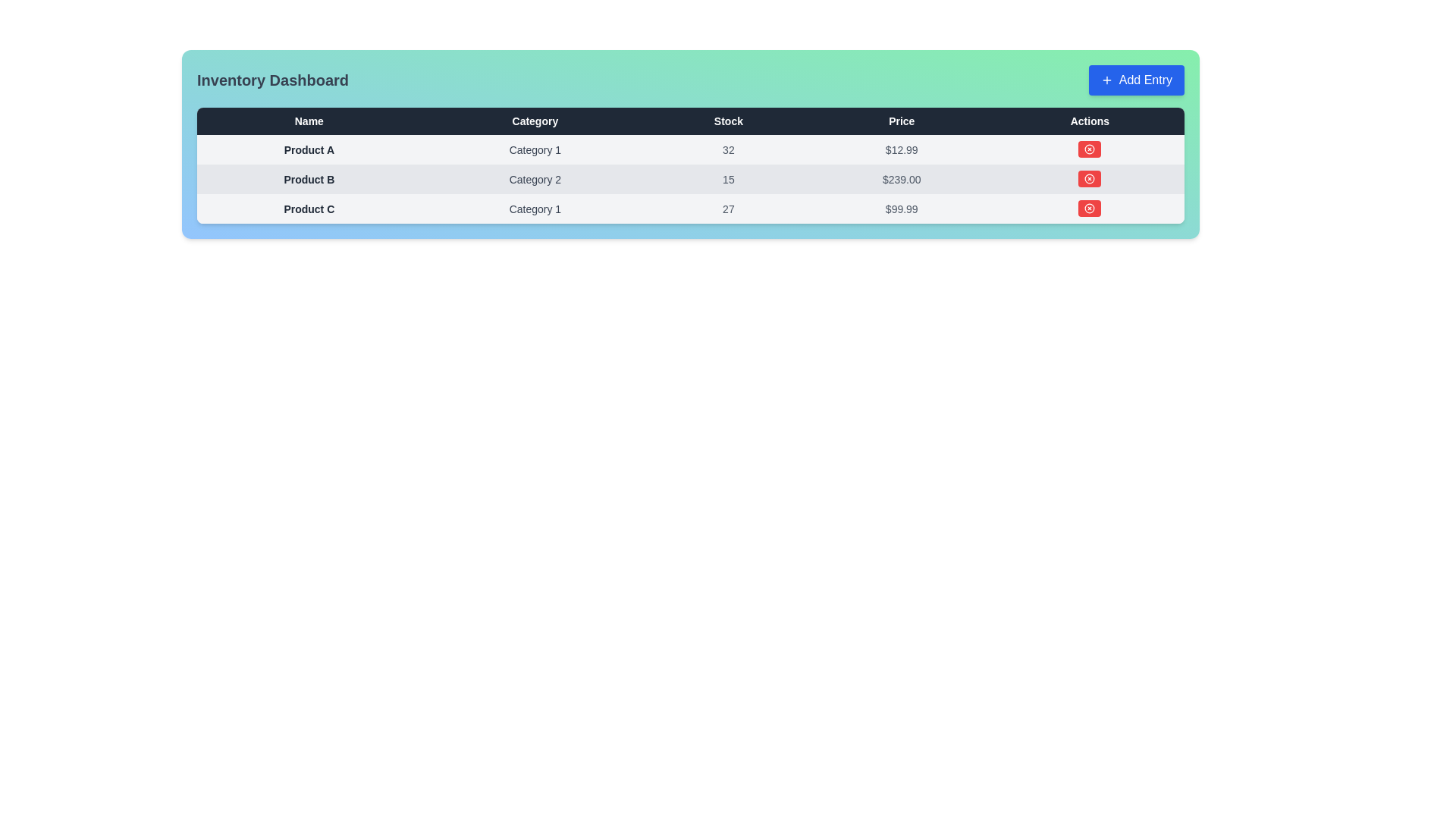  What do you see at coordinates (1089, 208) in the screenshot?
I see `the outlined circle in the 'Actions' column of the last row corresponding to 'Product C'` at bounding box center [1089, 208].